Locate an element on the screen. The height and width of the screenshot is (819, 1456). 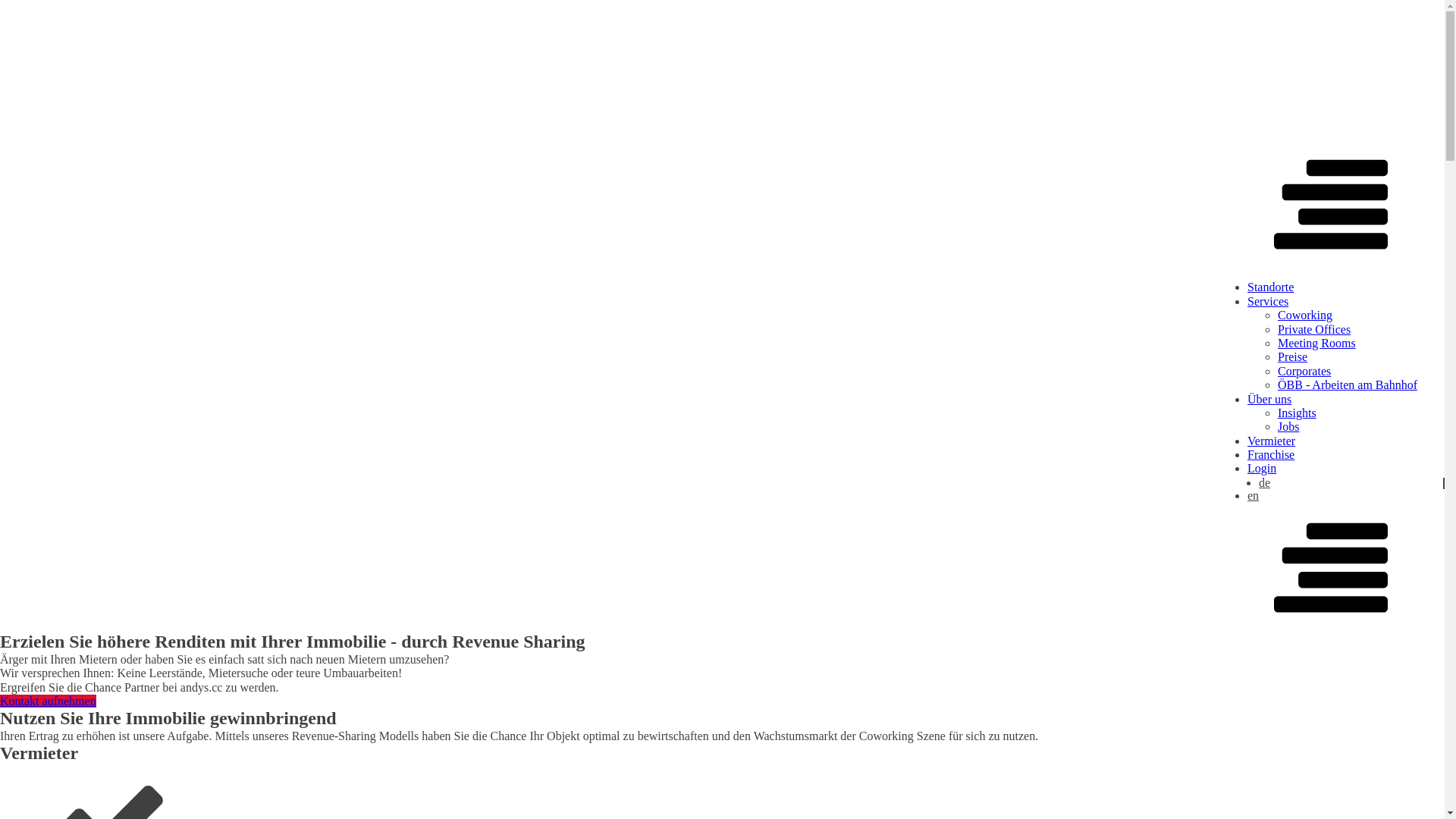
'Kontakt aufnehmen' is located at coordinates (48, 701).